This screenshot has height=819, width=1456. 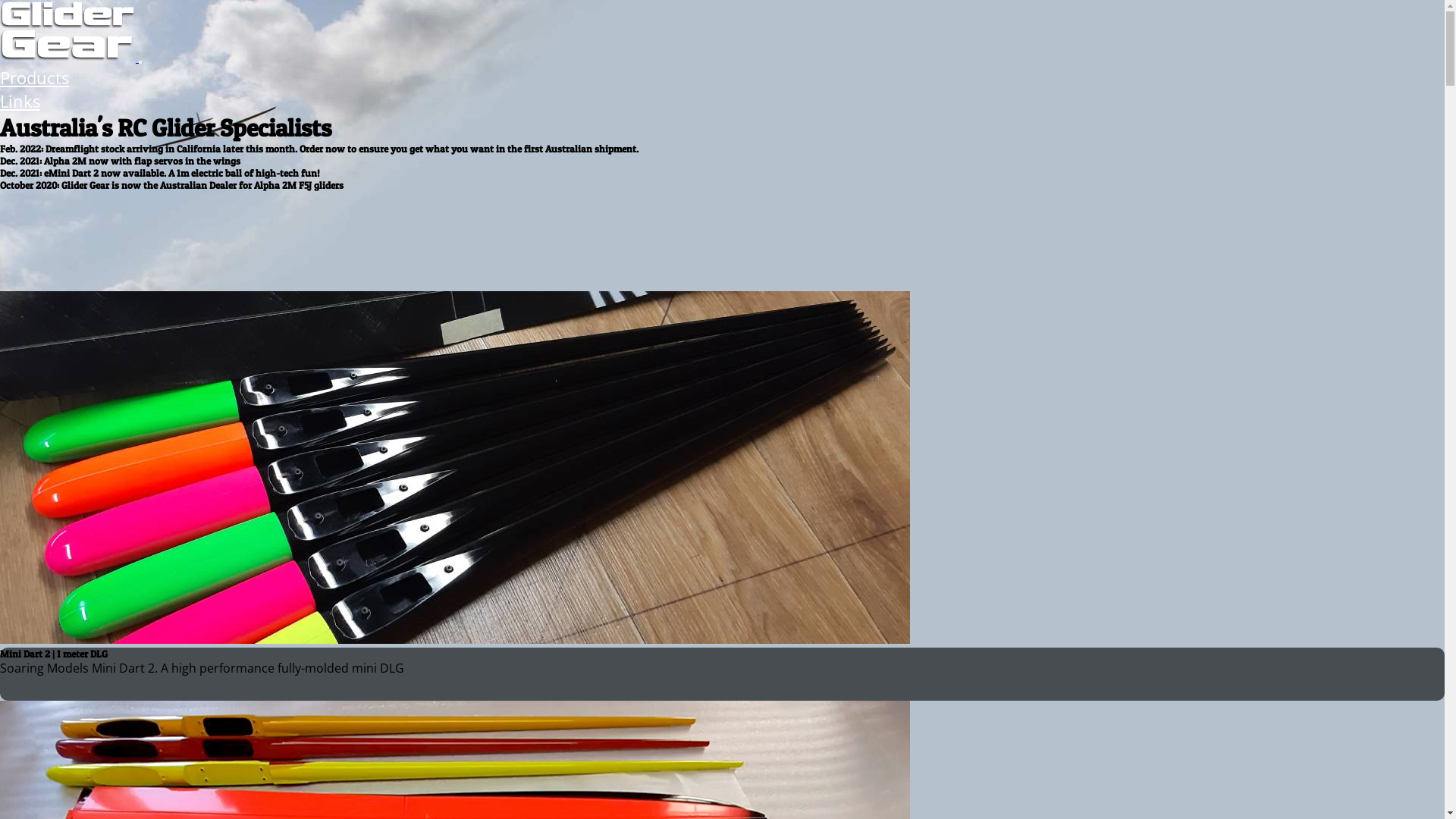 I want to click on 'Links', so click(x=20, y=101).